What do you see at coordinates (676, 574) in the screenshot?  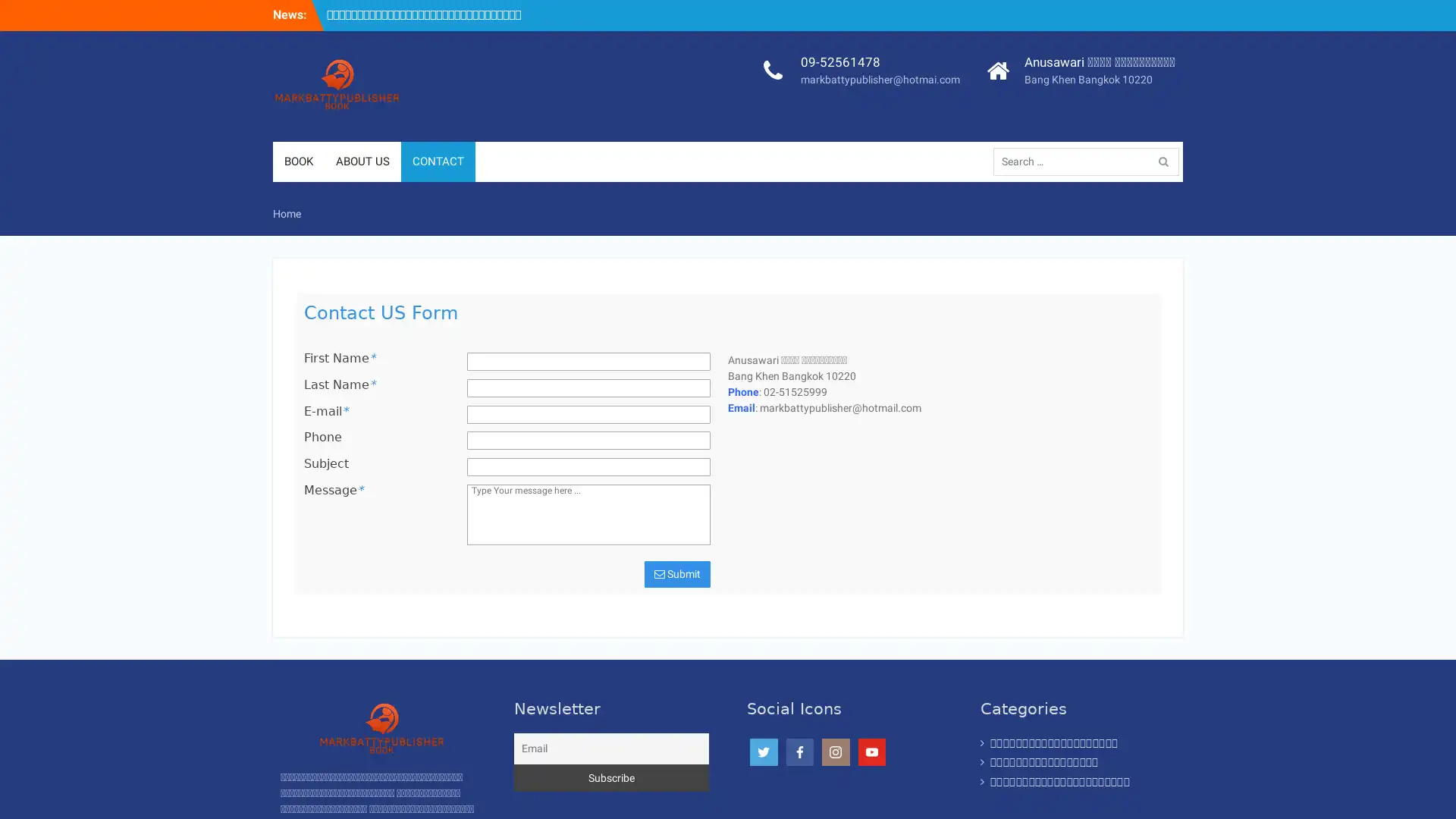 I see `Submit` at bounding box center [676, 574].